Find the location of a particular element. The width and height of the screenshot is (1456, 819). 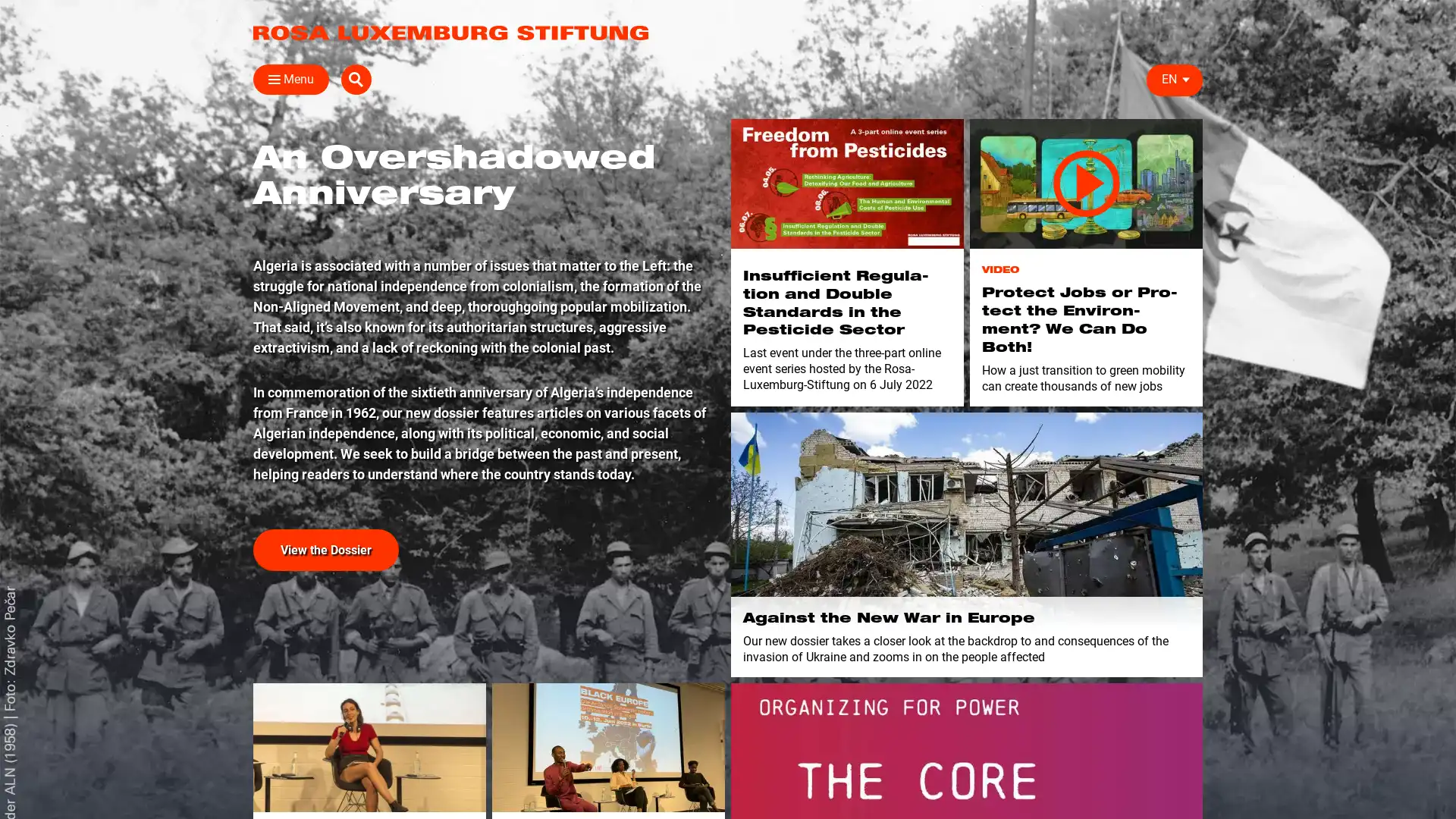

Show more / less is located at coordinates (483, 250).